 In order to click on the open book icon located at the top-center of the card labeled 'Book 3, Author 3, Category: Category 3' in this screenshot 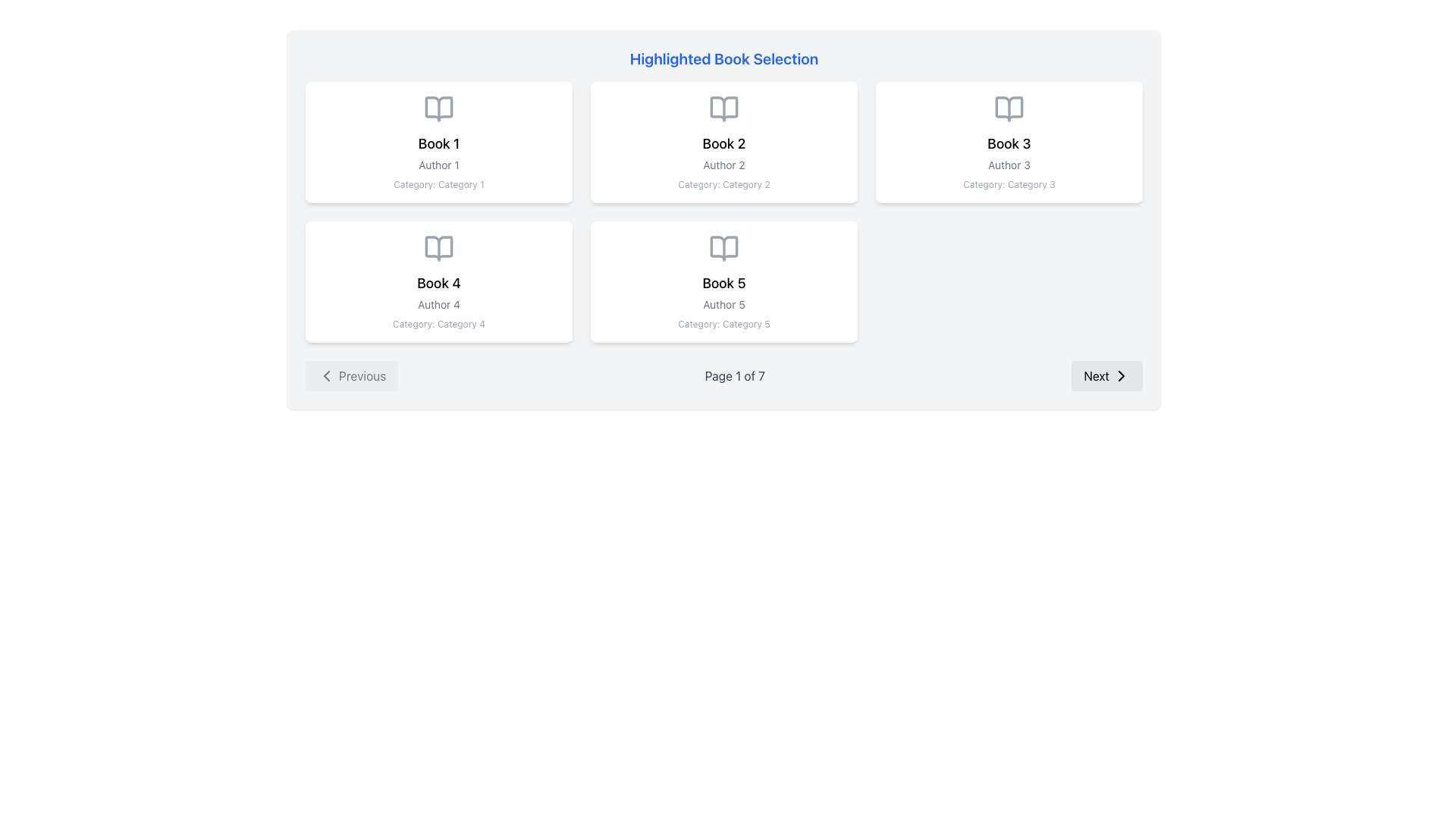, I will do `click(1009, 108)`.